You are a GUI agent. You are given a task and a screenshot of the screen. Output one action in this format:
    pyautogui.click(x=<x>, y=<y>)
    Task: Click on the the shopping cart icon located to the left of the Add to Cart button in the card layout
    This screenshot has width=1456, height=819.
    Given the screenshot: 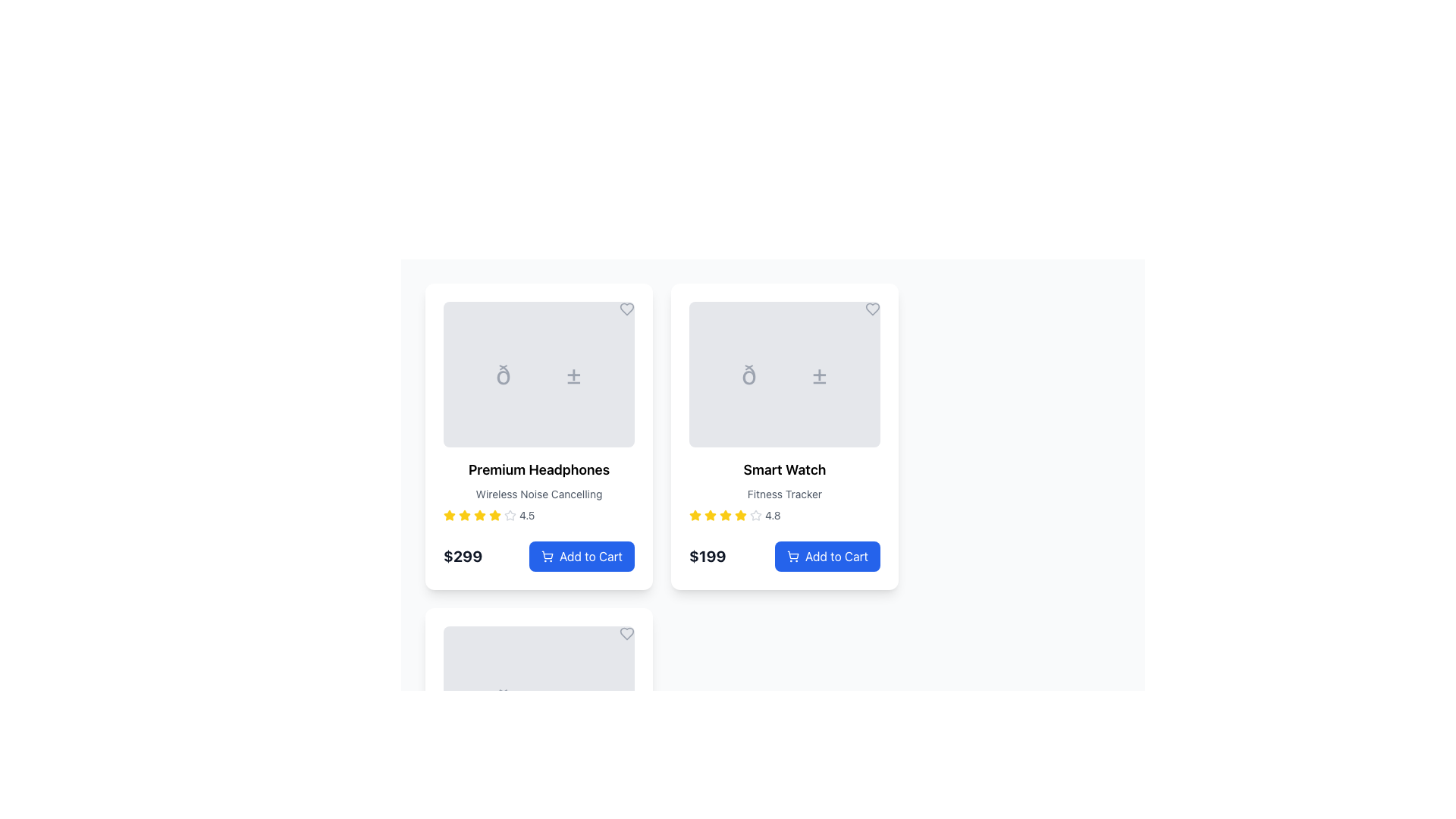 What is the action you would take?
    pyautogui.click(x=546, y=556)
    